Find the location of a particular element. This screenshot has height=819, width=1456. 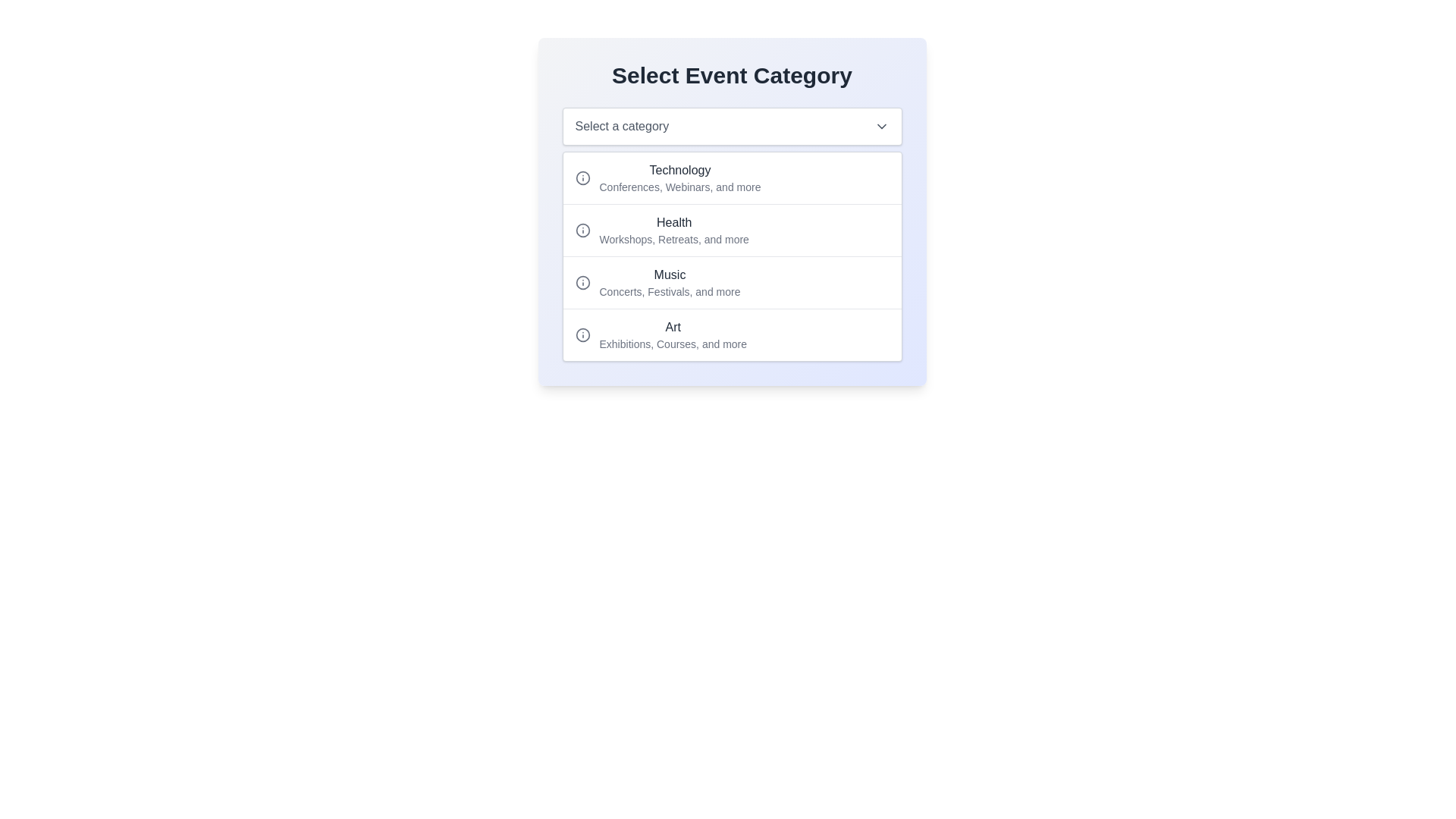

the 'Technology' category label text element, which consists of two lines of text: 'Technology' in medium-weight font and 'Conferences, Webinars, and more' in a smaller font, located below the dropdown selector in the 'Select Event Category' section is located at coordinates (679, 177).